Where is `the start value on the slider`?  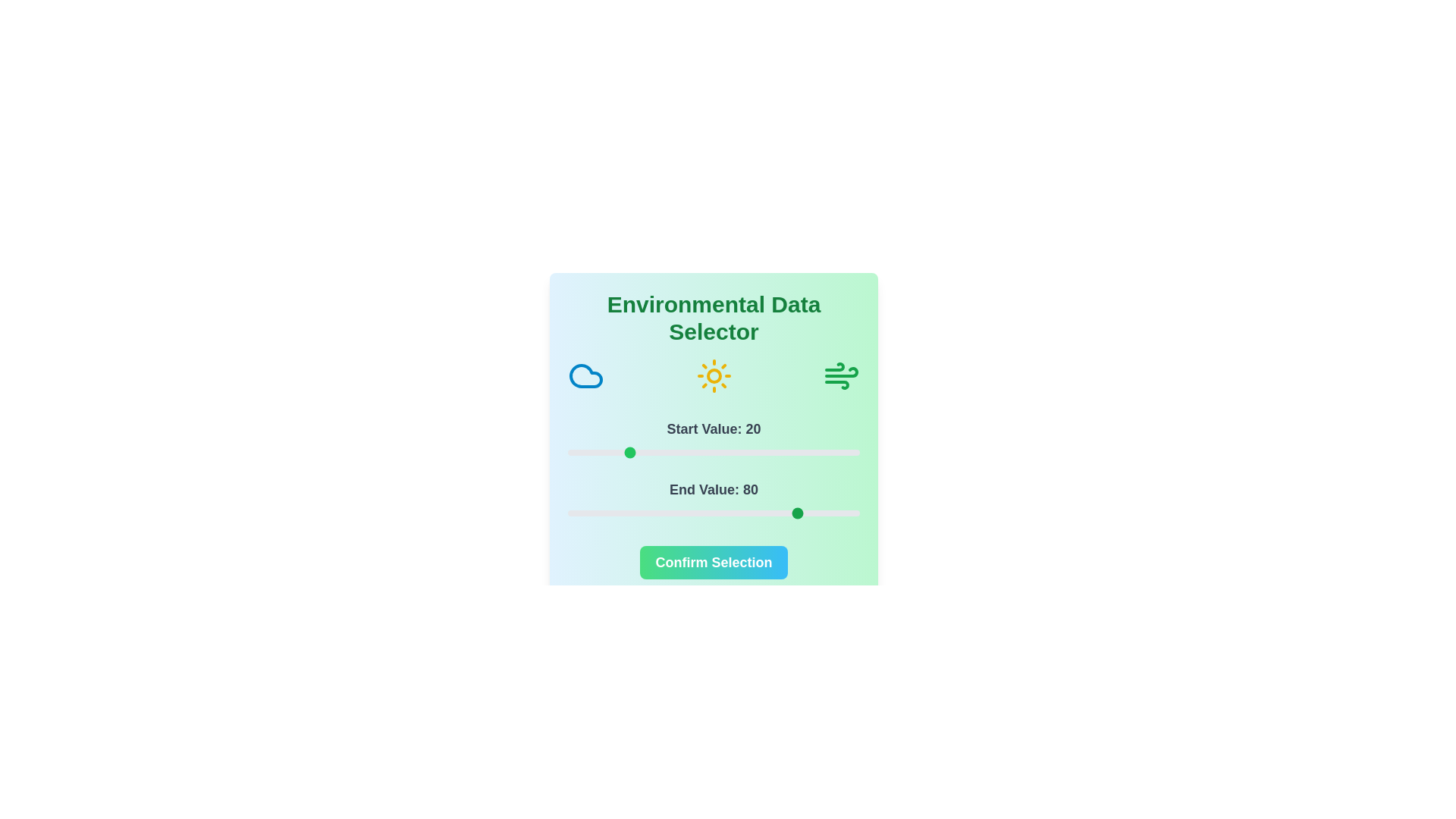
the start value on the slider is located at coordinates (632, 452).